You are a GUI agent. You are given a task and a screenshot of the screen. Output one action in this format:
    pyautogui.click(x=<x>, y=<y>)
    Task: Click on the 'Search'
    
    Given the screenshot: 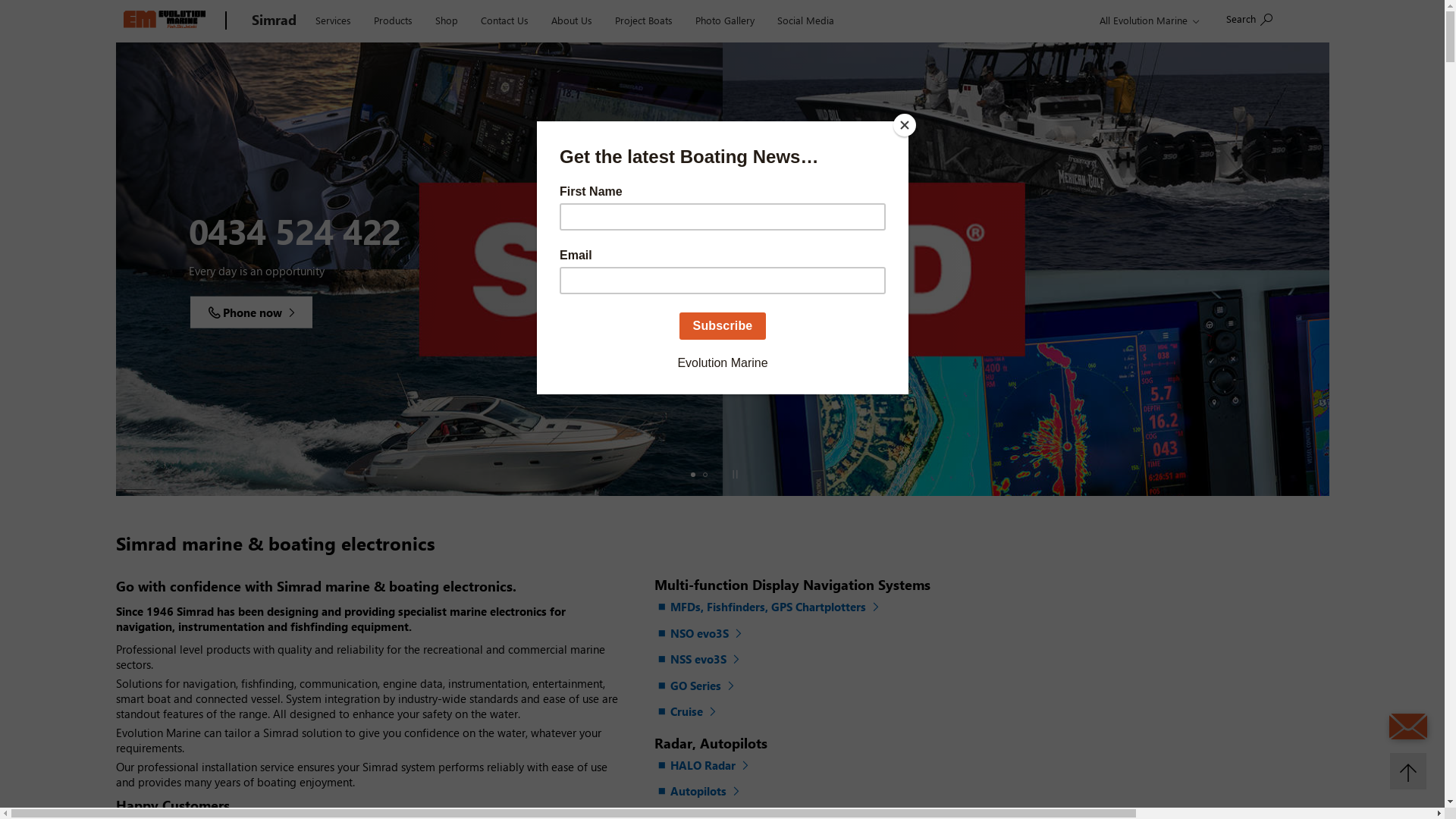 What is the action you would take?
    pyautogui.click(x=1249, y=18)
    